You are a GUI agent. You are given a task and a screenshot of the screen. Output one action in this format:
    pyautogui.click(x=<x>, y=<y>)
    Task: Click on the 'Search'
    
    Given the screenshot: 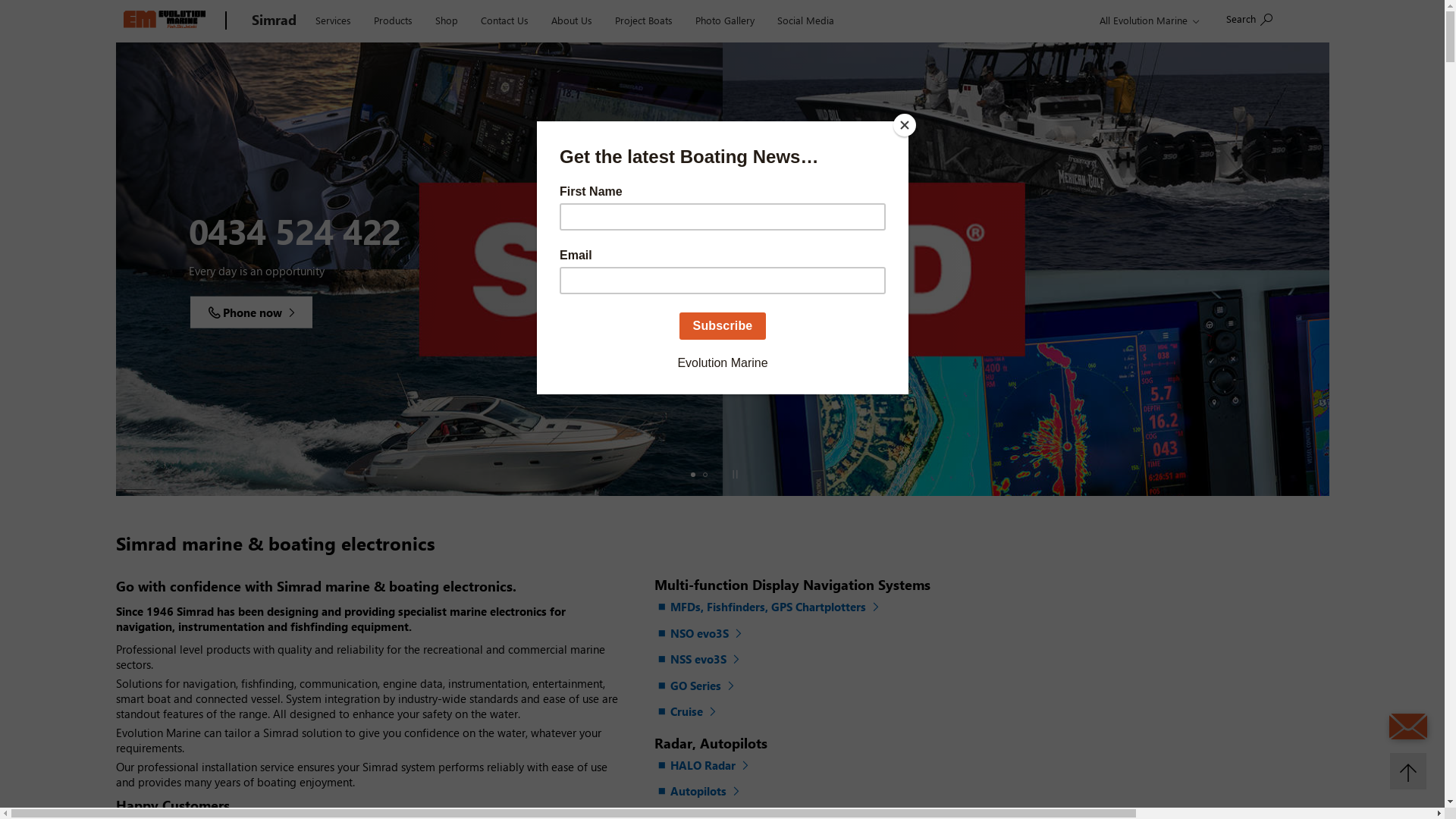 What is the action you would take?
    pyautogui.click(x=1249, y=18)
    